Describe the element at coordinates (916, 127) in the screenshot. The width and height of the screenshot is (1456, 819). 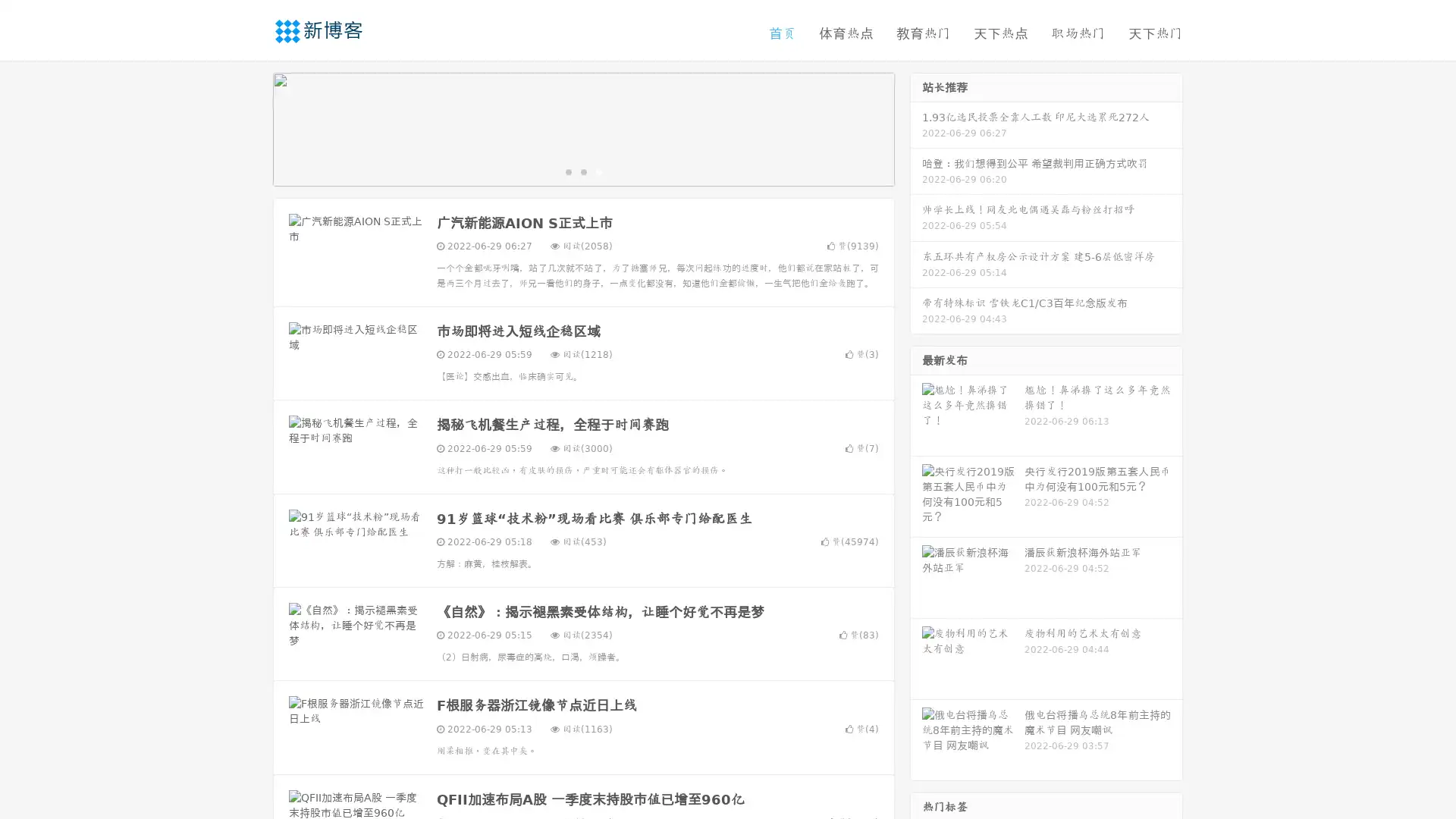
I see `Next slide` at that location.